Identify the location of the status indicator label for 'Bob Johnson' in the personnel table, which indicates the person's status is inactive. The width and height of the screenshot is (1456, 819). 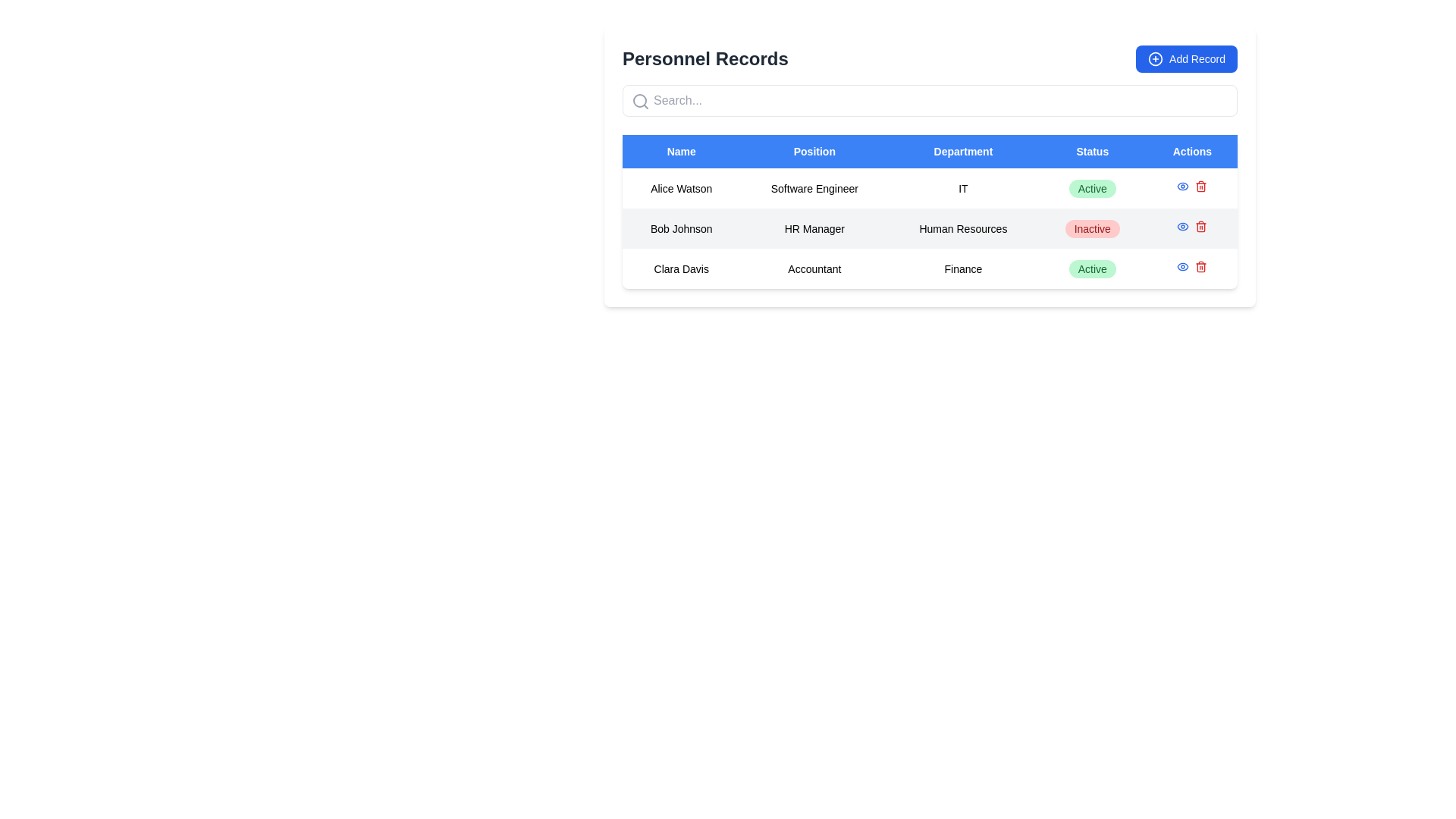
(1092, 228).